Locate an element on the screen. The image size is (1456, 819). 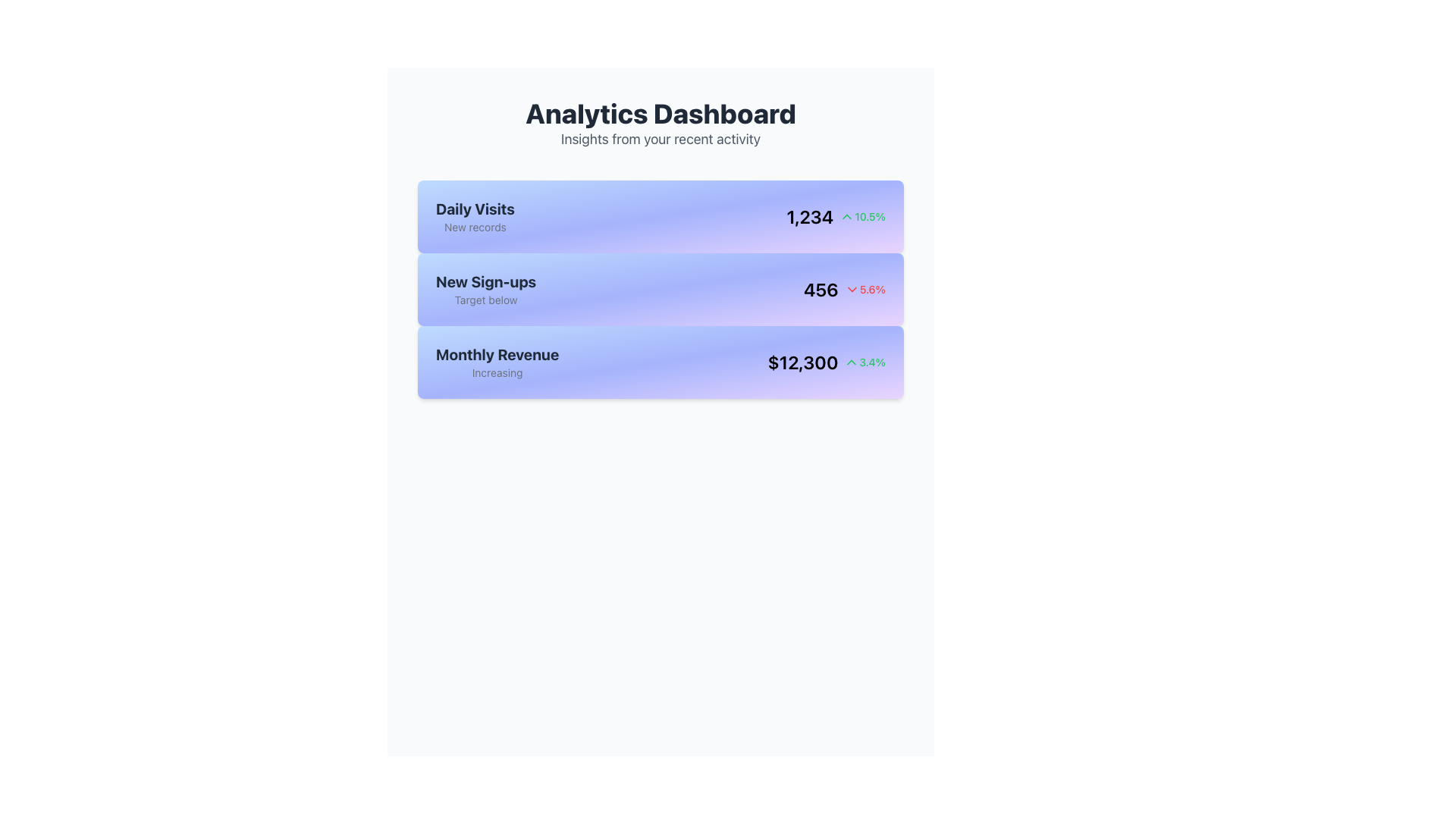
the 'Daily Visits' text label, which features a bolded title in dark gray and a subtitle in lighter gray, located on the left side of the topmost card is located at coordinates (474, 216).